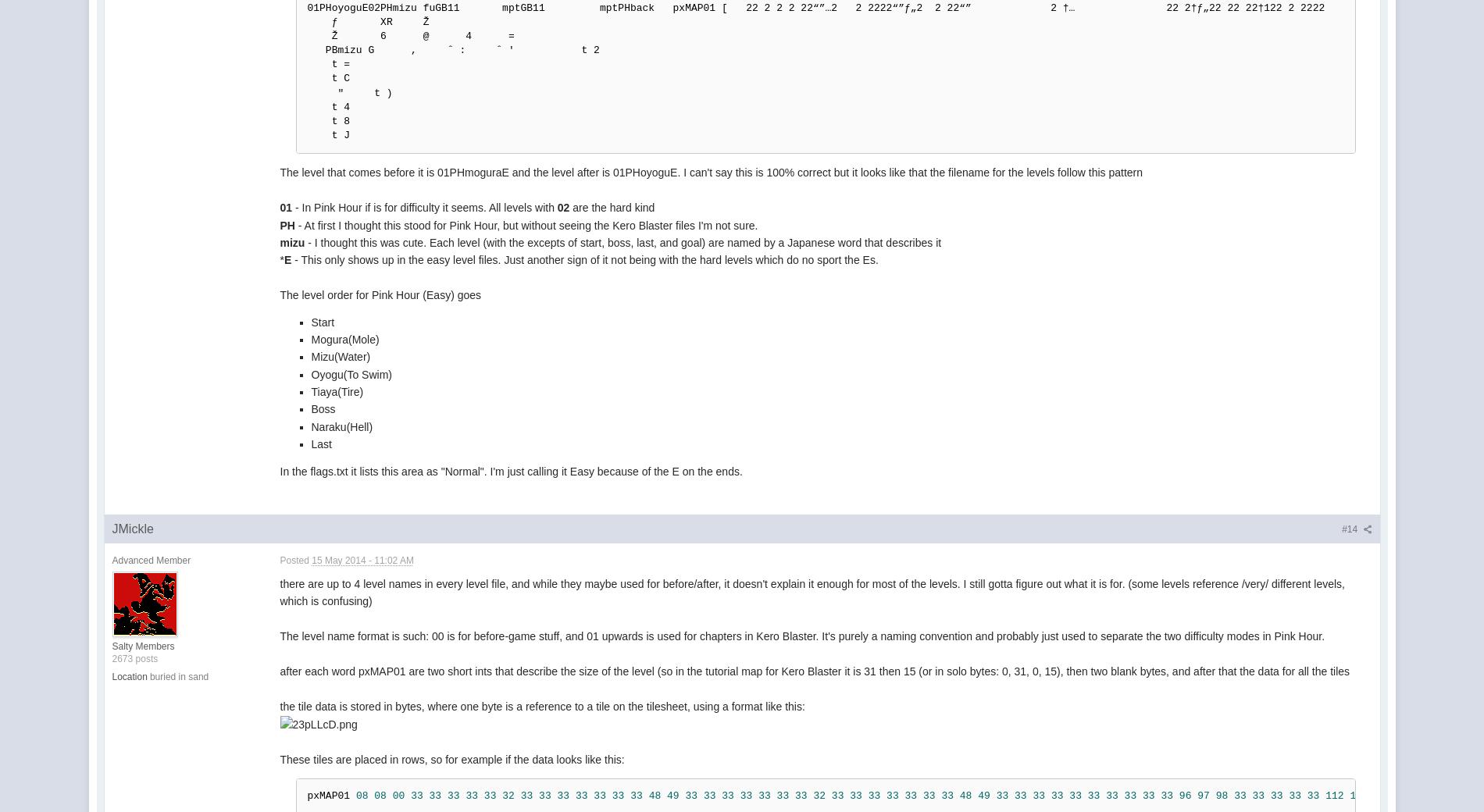 The image size is (1484, 812). I want to click on 'after each word pxMAP01 are two short ints that describe the size of the level (so in the tutorial map for Kero Blaster it is 31 then 15 (or in solo bytes: 0, 31, 0, 15), then two blank bytes, and after that the data for all the tiles', so click(814, 670).